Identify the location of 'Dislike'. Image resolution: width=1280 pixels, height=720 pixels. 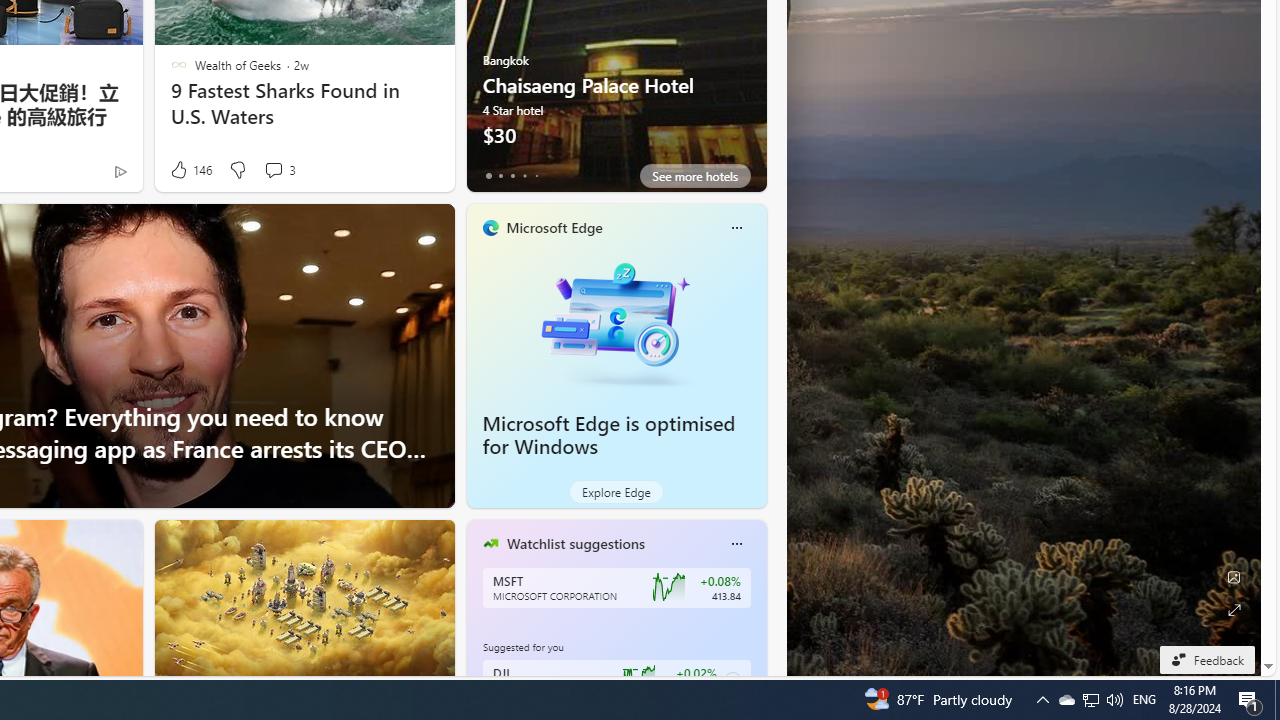
(237, 169).